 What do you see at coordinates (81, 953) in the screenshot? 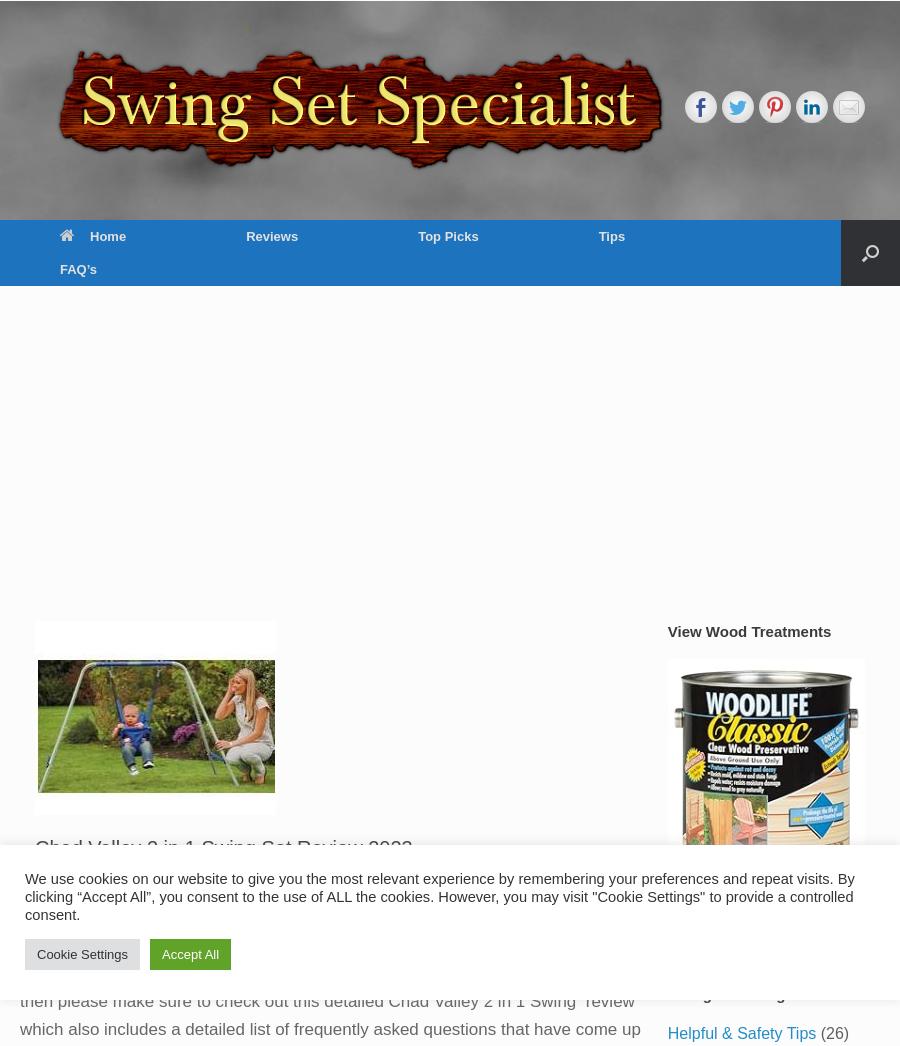
I see `'Cookie Settings'` at bounding box center [81, 953].